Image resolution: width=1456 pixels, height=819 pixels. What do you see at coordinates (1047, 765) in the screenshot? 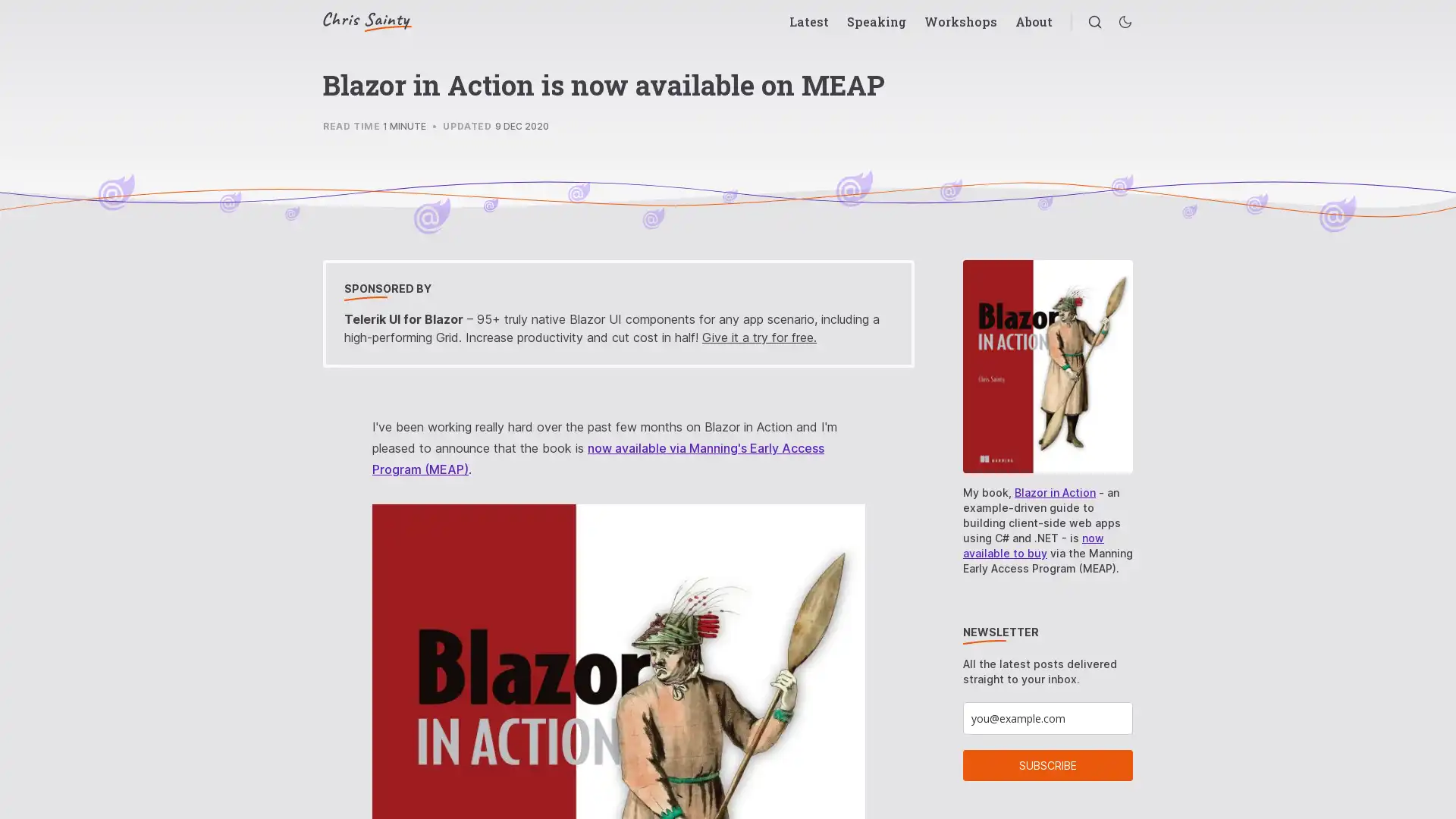
I see `SUBSCRIBE` at bounding box center [1047, 765].